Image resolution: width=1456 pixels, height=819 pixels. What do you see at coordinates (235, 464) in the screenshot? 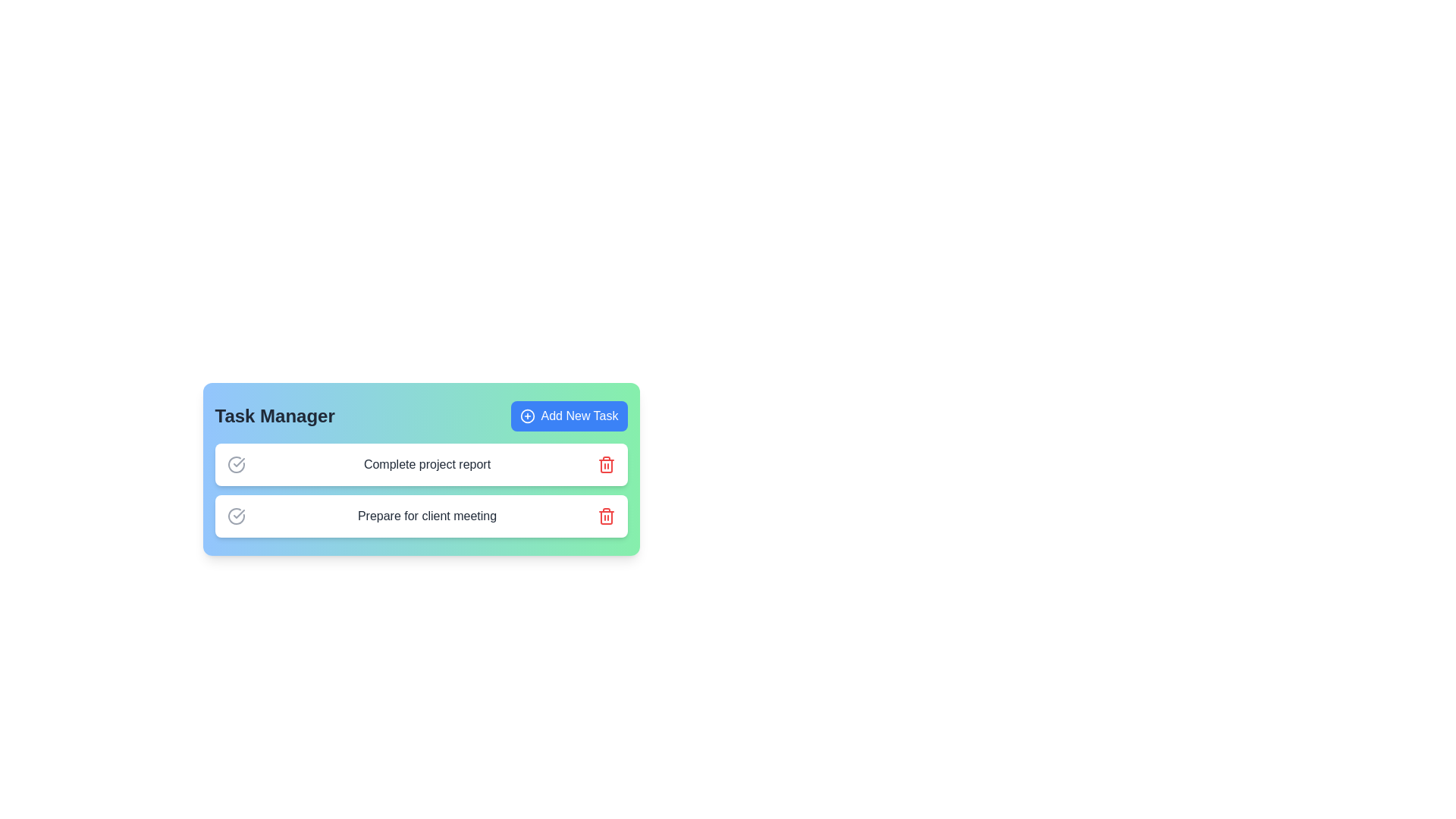
I see `the Icon Button that serves as a marker for task completion, located at the leftmost section of the row containing the 'Complete project report' text` at bounding box center [235, 464].